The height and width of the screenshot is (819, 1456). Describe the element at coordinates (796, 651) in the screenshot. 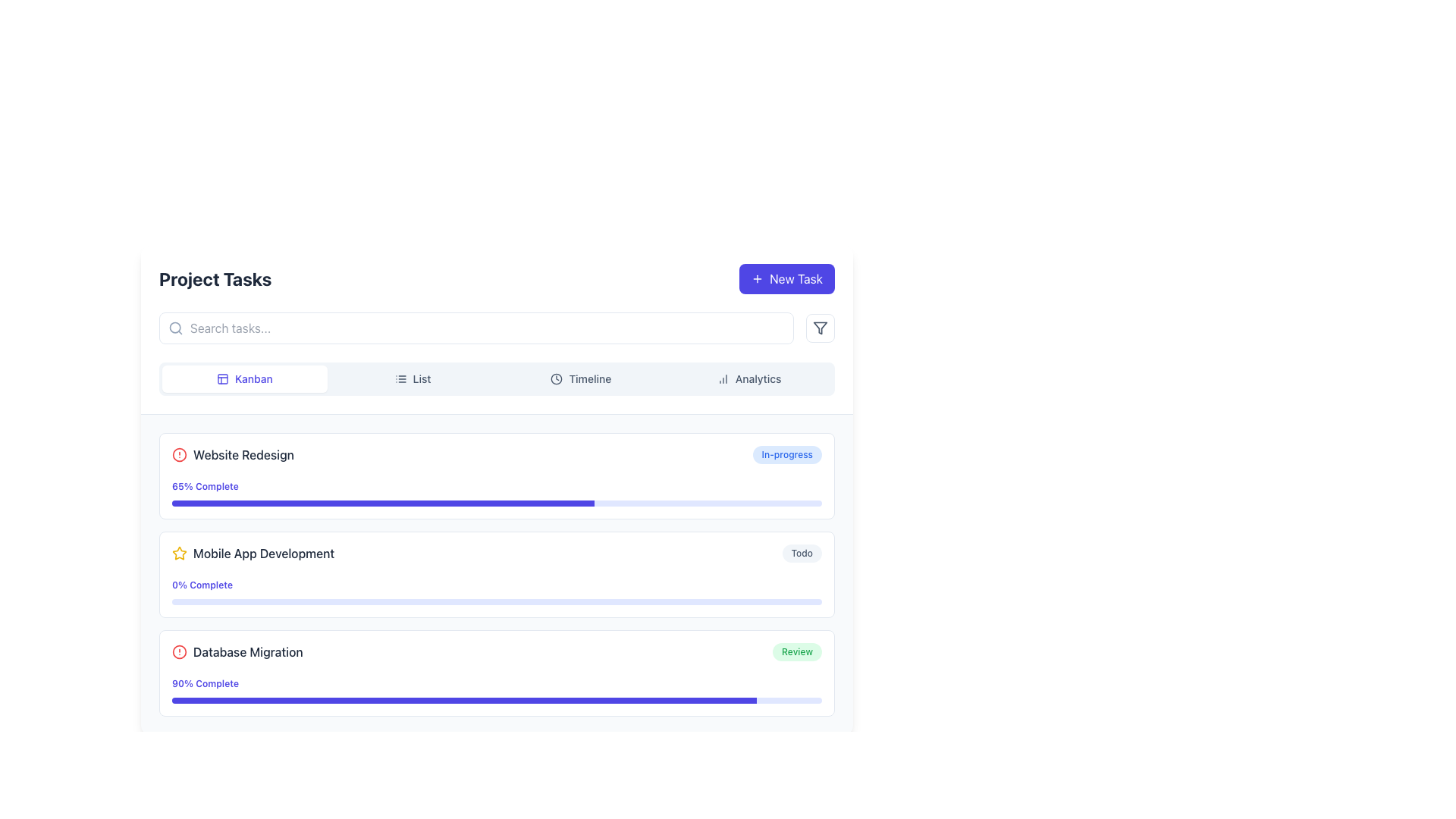

I see `the static label indicating the status 'Review', which is positioned to the far right of the 'Database Migration' task entry in the 'Project Tasks' section` at that location.